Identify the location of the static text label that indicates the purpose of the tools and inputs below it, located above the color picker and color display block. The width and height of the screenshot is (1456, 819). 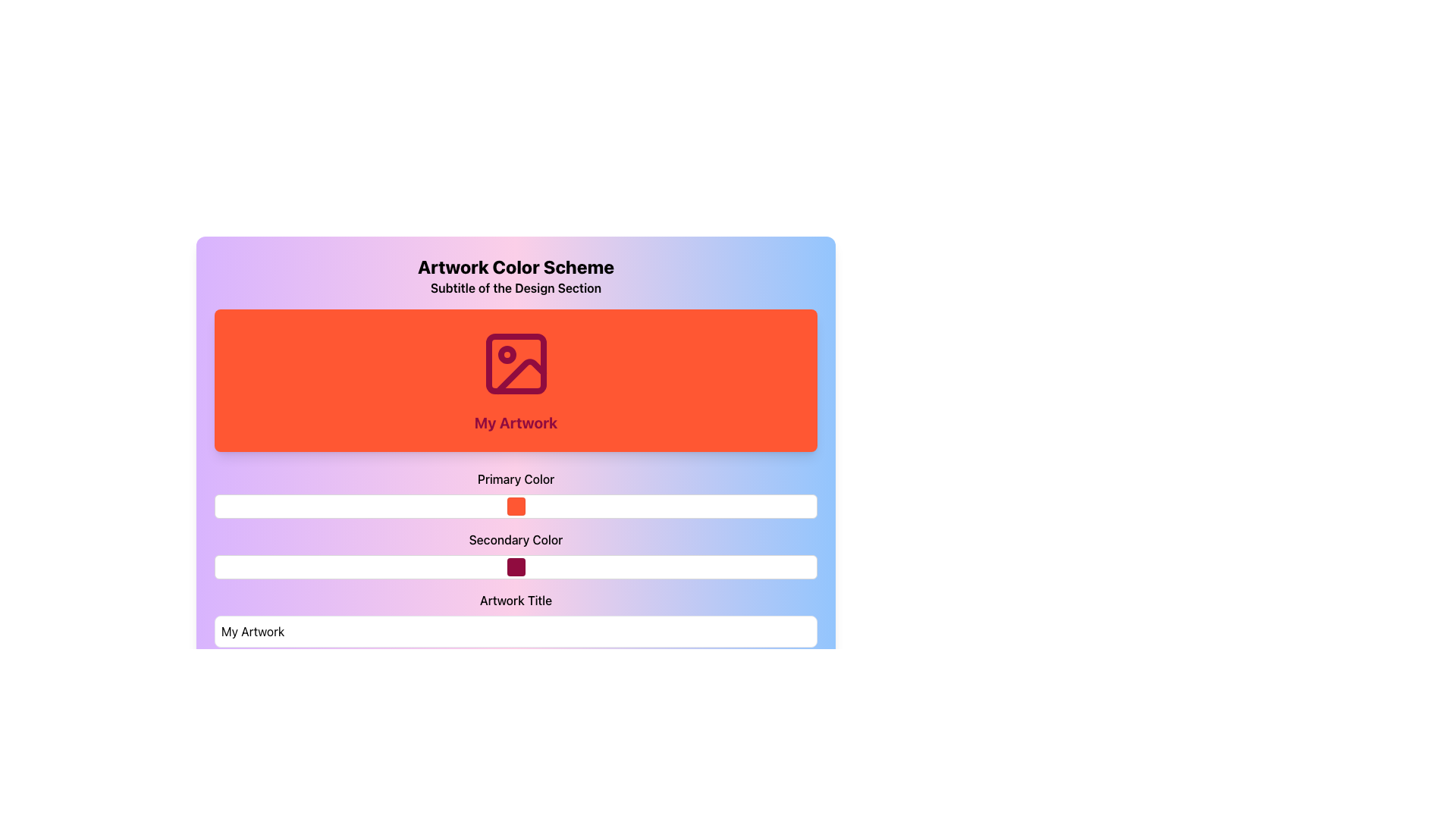
(516, 479).